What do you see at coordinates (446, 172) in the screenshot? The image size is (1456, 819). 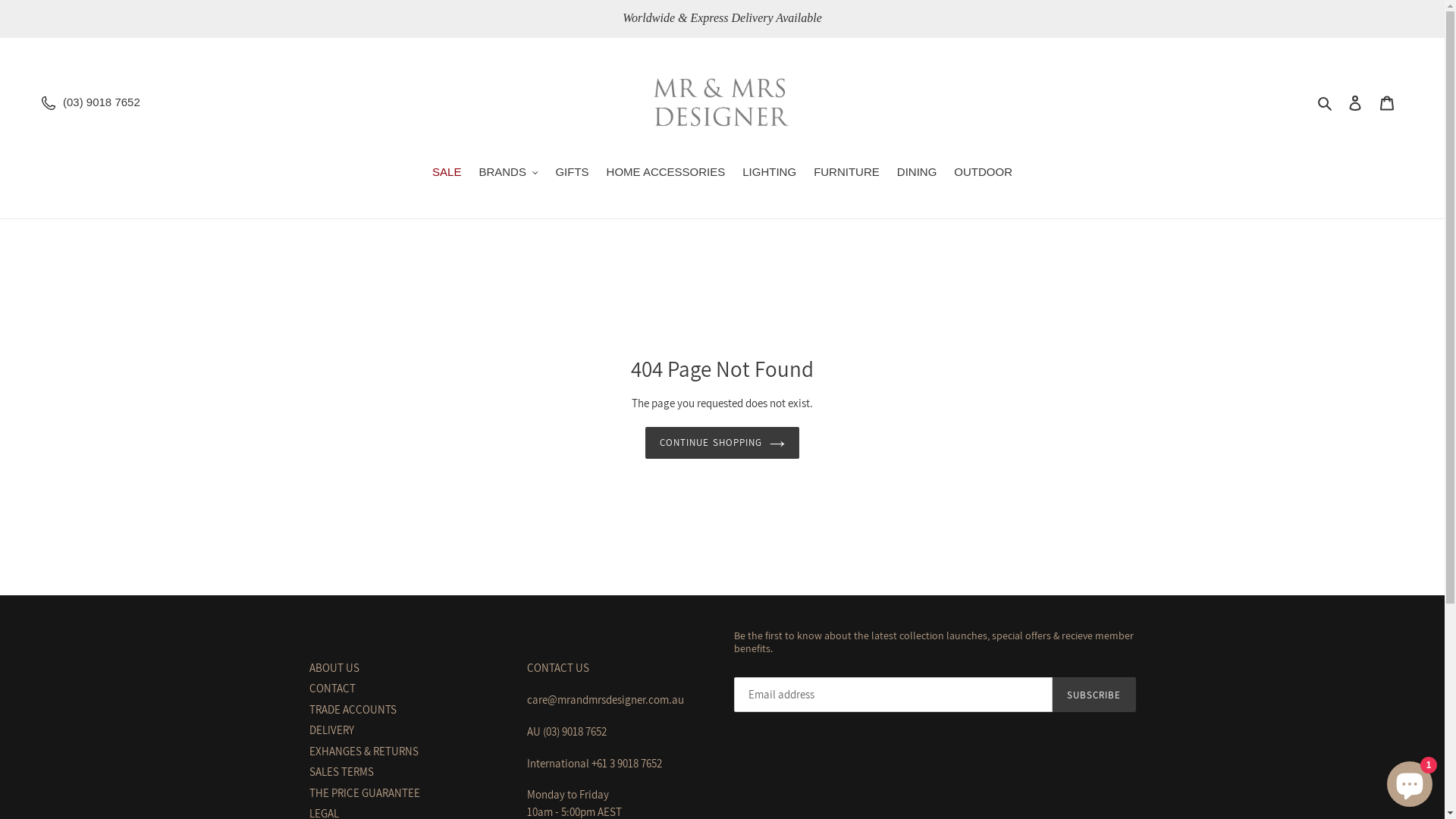 I see `'SALE'` at bounding box center [446, 172].